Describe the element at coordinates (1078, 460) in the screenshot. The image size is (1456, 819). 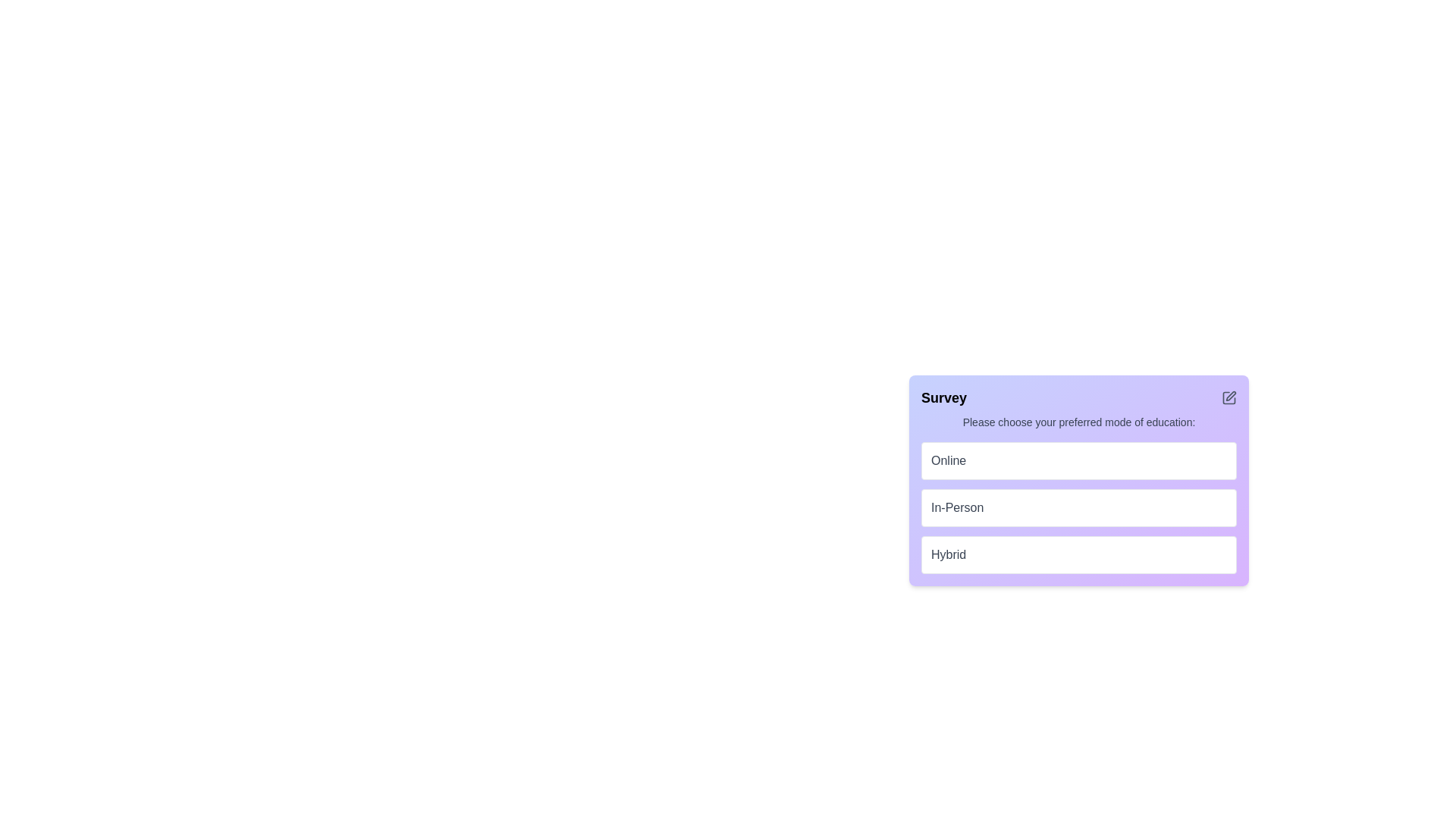
I see `the topmost button labeled 'Online' in the vertically stacked list` at that location.